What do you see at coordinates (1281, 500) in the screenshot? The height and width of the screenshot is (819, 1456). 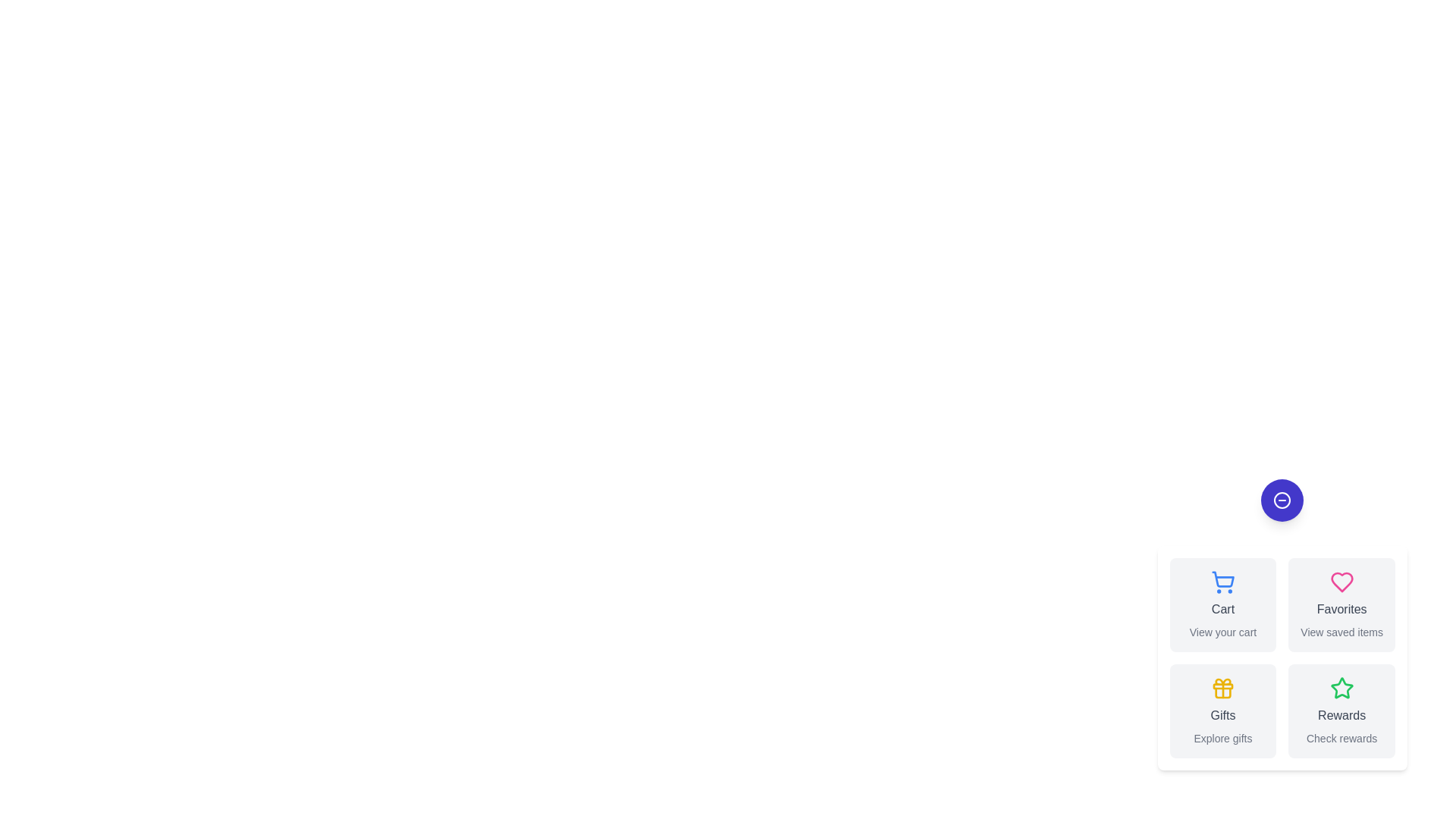 I see `the toggle button to close the speed dial menu` at bounding box center [1281, 500].